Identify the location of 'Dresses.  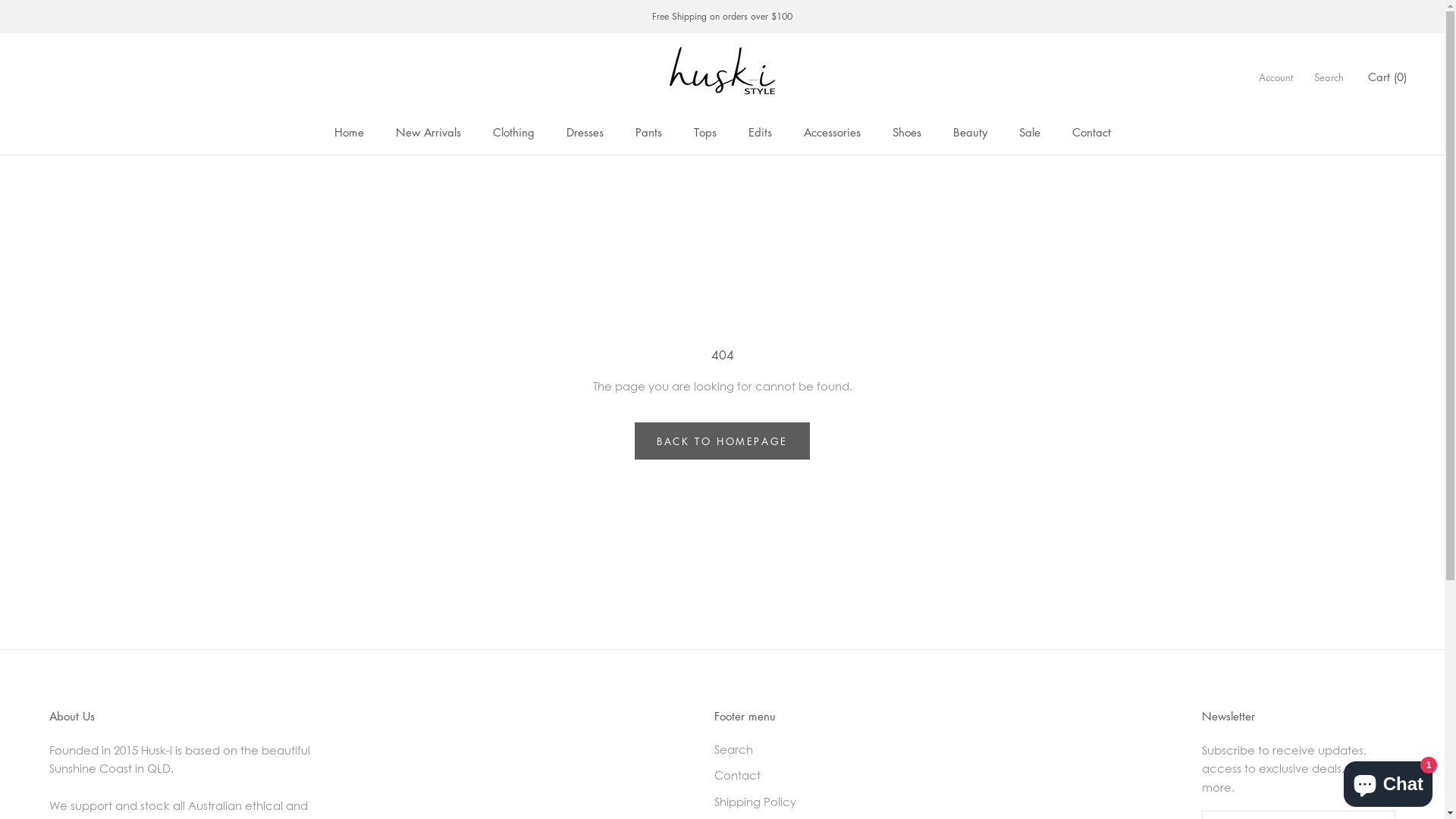
(564, 130).